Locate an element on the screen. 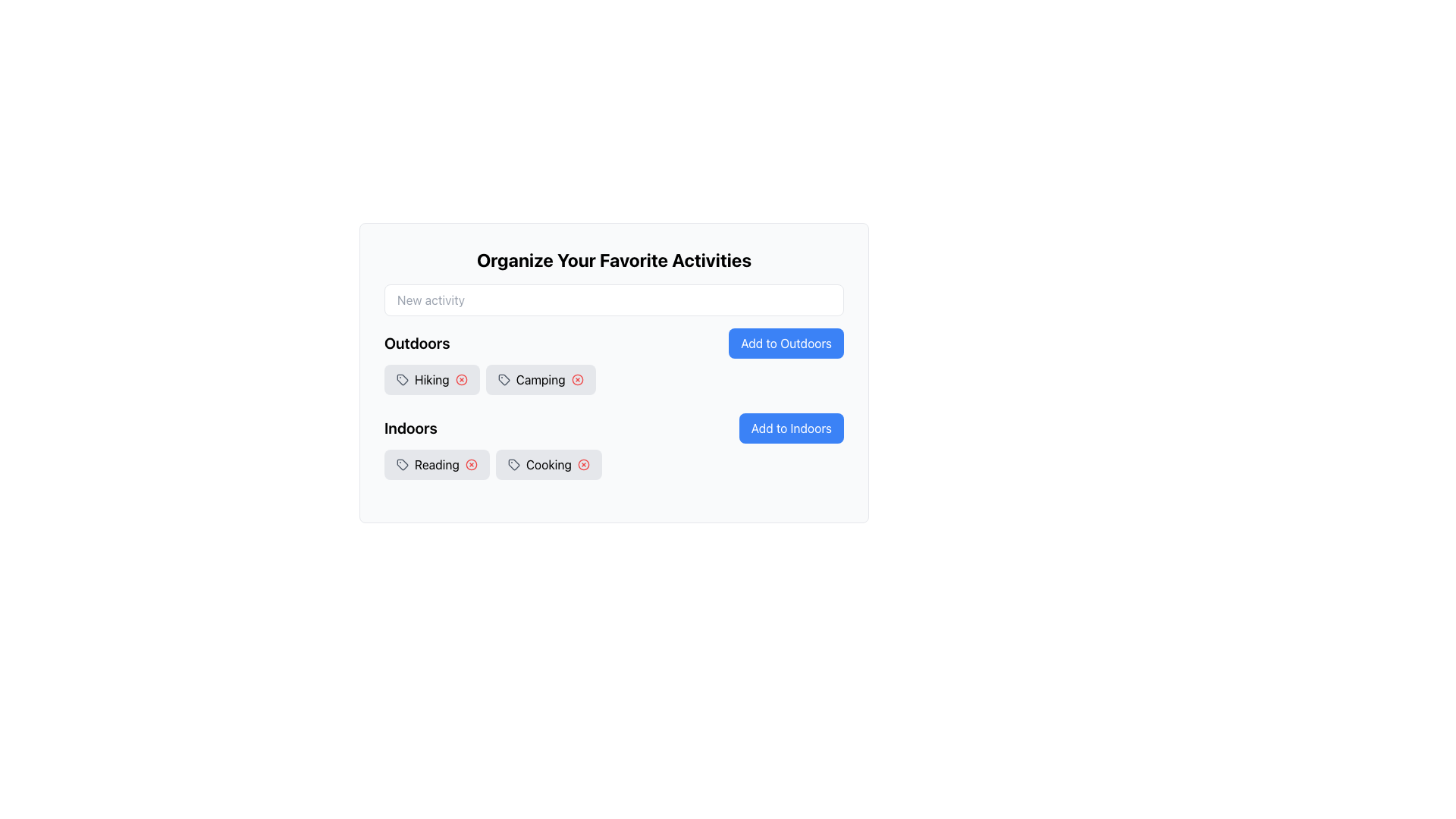 The height and width of the screenshot is (819, 1456). the vector graphic representing the tag icon next to the 'Camping' text under the 'Outdoors' category is located at coordinates (504, 379).